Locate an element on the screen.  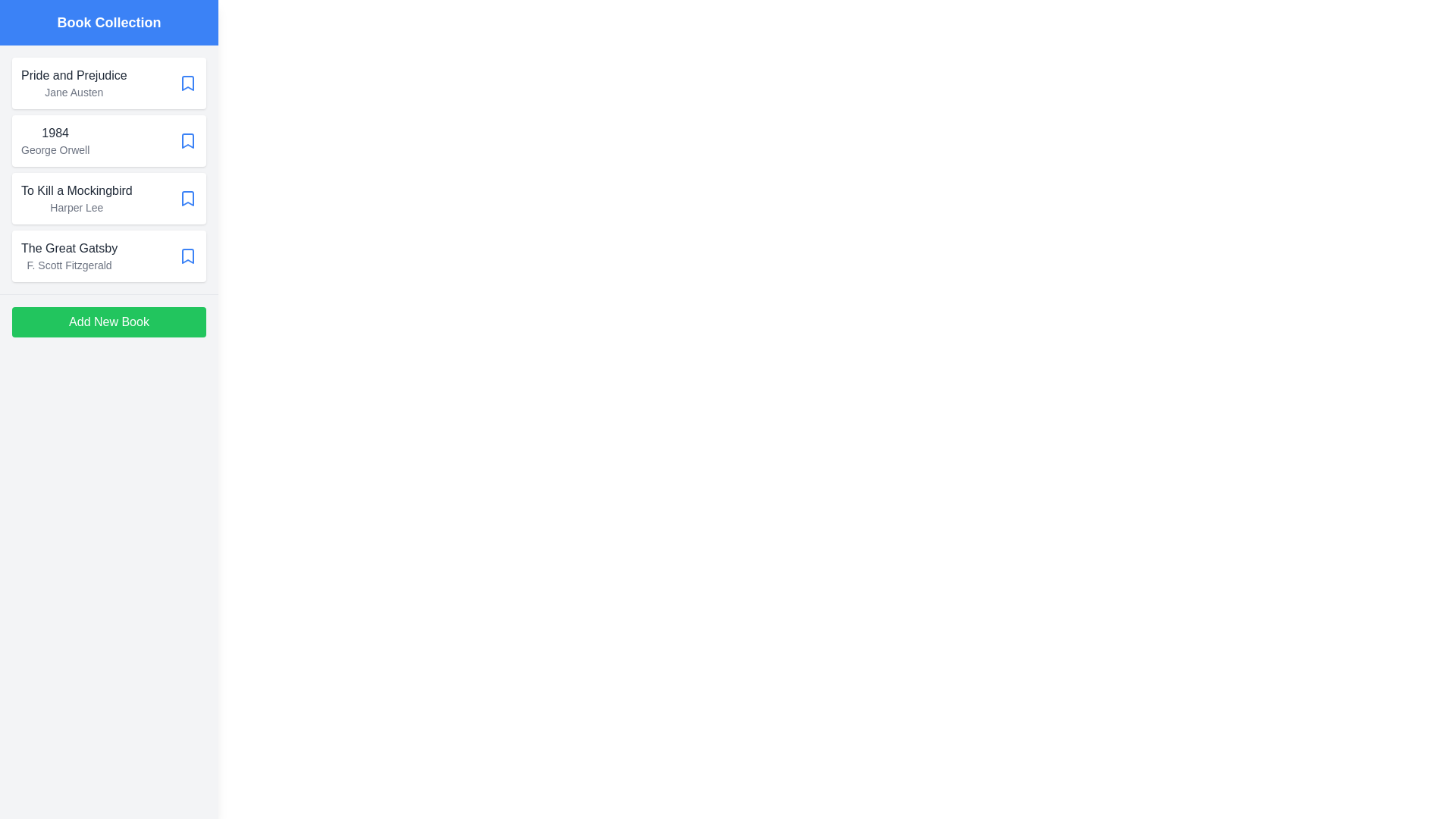
bookmark icon of the book titled 'Pride and Prejudice' to mark it as a favorite is located at coordinates (187, 83).